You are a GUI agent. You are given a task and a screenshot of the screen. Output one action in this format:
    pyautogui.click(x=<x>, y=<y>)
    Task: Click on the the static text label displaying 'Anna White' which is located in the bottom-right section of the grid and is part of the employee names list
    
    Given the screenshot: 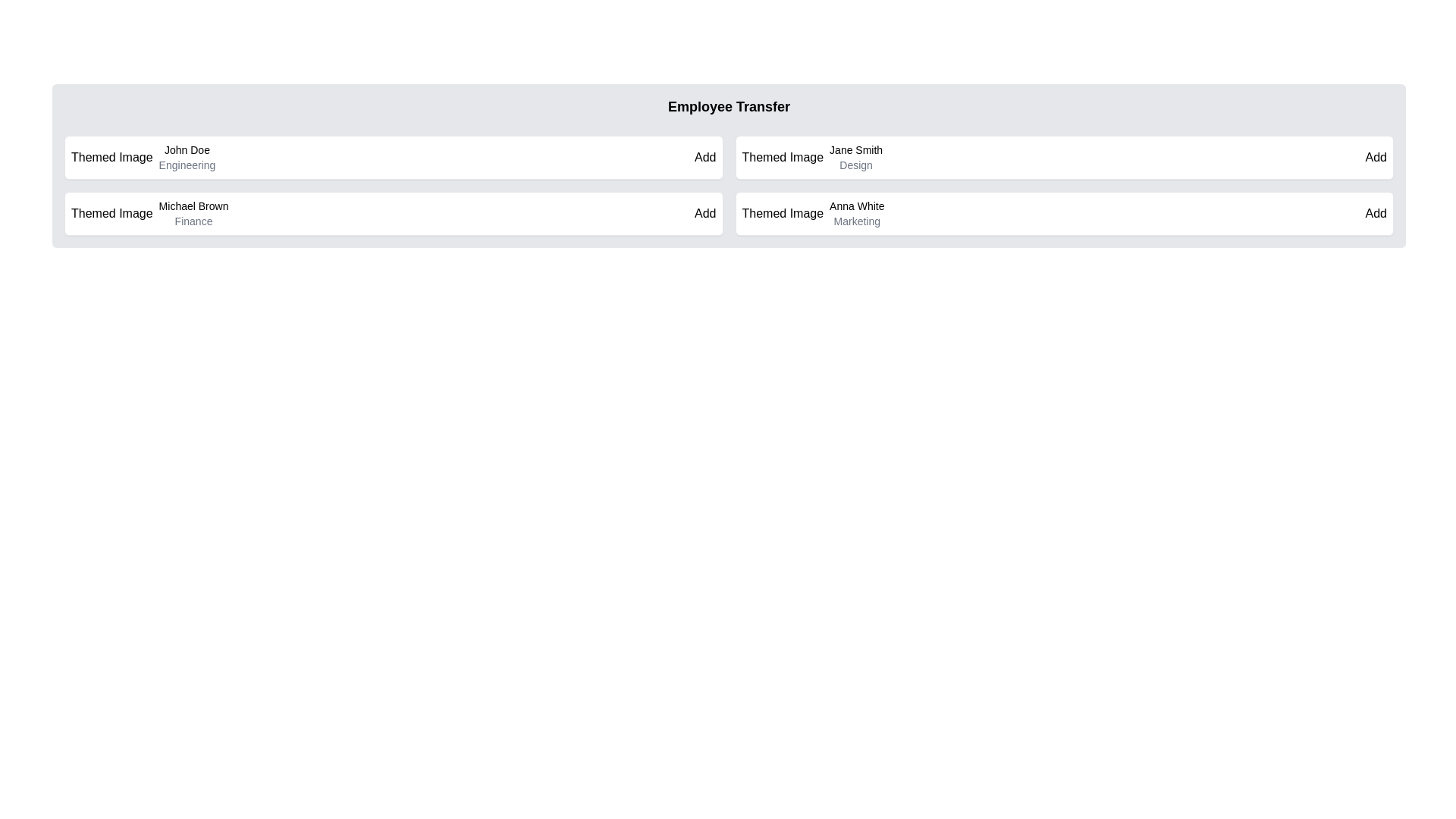 What is the action you would take?
    pyautogui.click(x=857, y=206)
    